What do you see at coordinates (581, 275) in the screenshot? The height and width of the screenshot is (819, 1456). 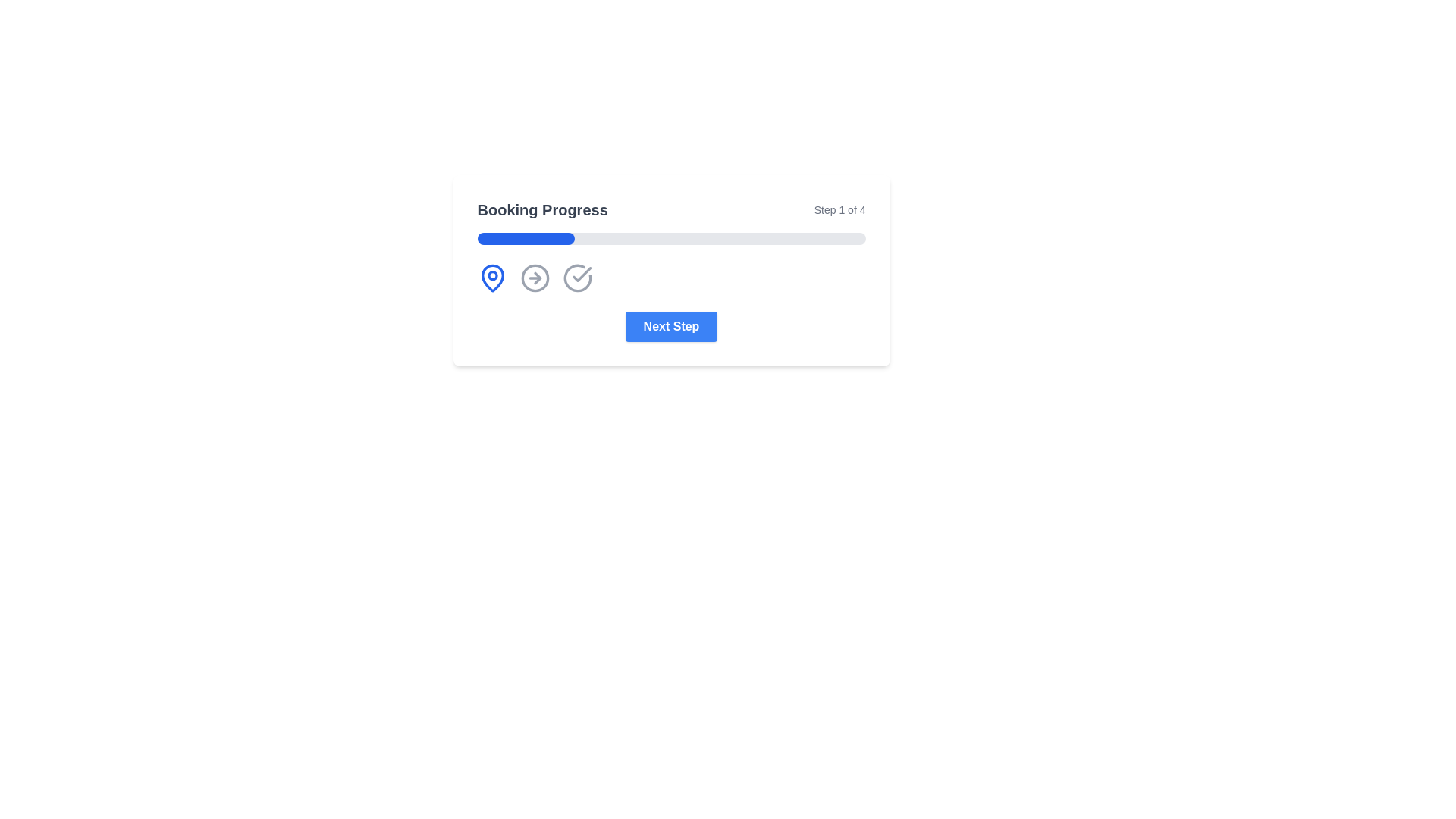 I see `check mark icon within the SVG component, which is styled with a gray color and is part of a circular icon located third from the left among a set of icons below a progress bar` at bounding box center [581, 275].